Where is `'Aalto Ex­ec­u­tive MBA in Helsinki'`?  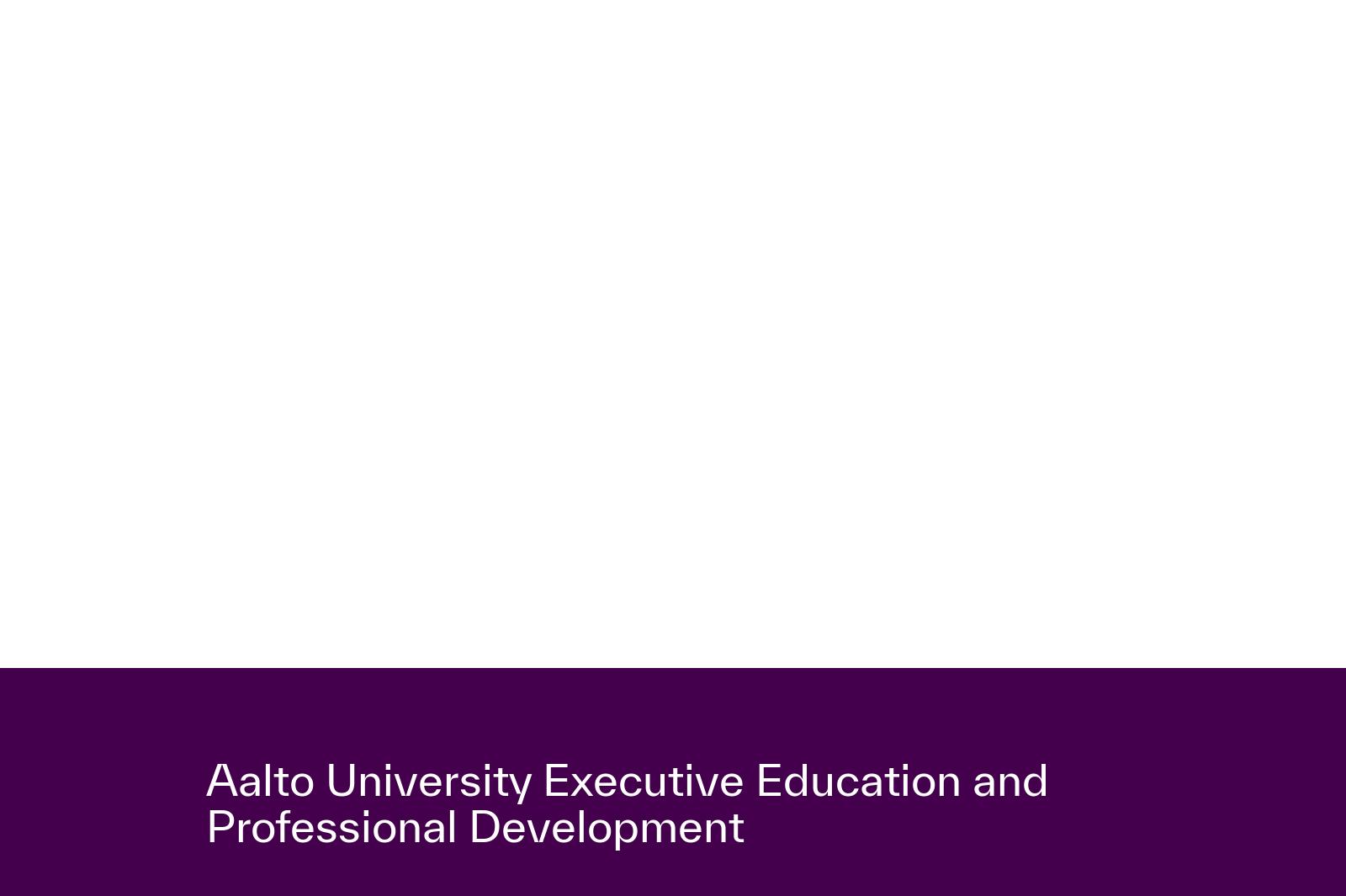 'Aalto Ex­ec­u­tive MBA in Helsinki' is located at coordinates (331, 115).